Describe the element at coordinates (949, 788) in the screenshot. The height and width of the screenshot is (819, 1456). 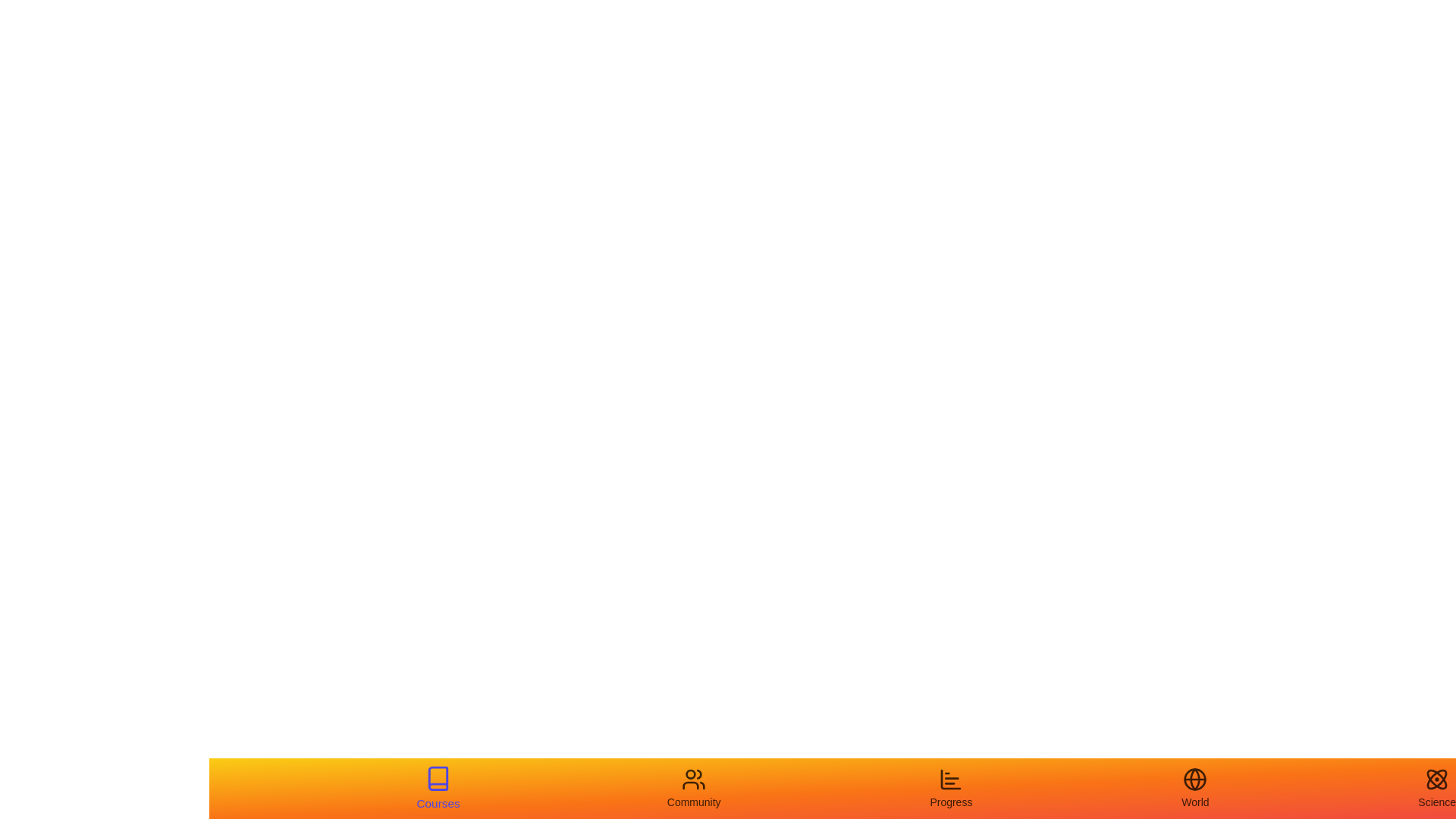
I see `the tab labeled Progress` at that location.